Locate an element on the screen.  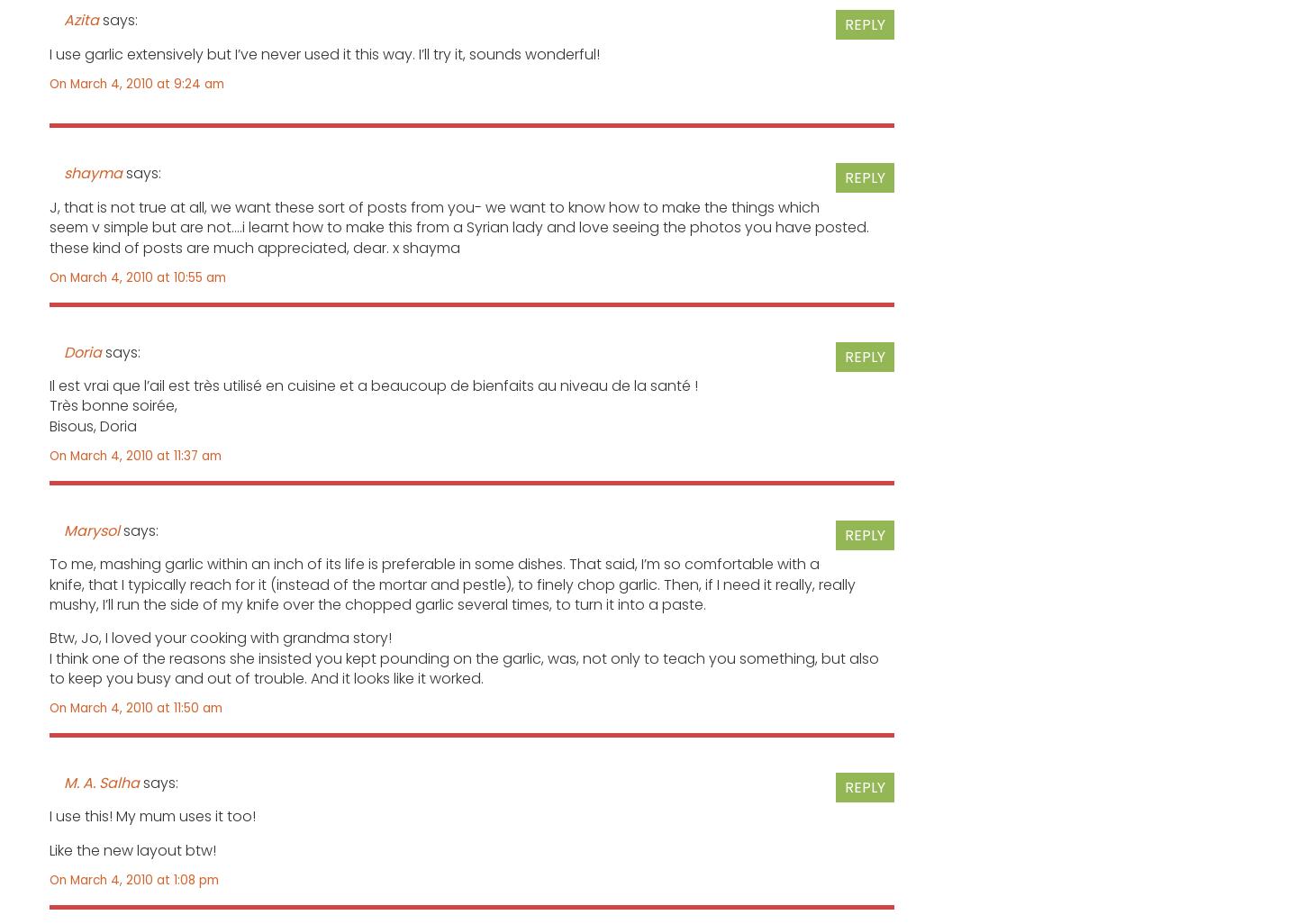
'On March 4, 2010 at 9:24 am' is located at coordinates (135, 83).